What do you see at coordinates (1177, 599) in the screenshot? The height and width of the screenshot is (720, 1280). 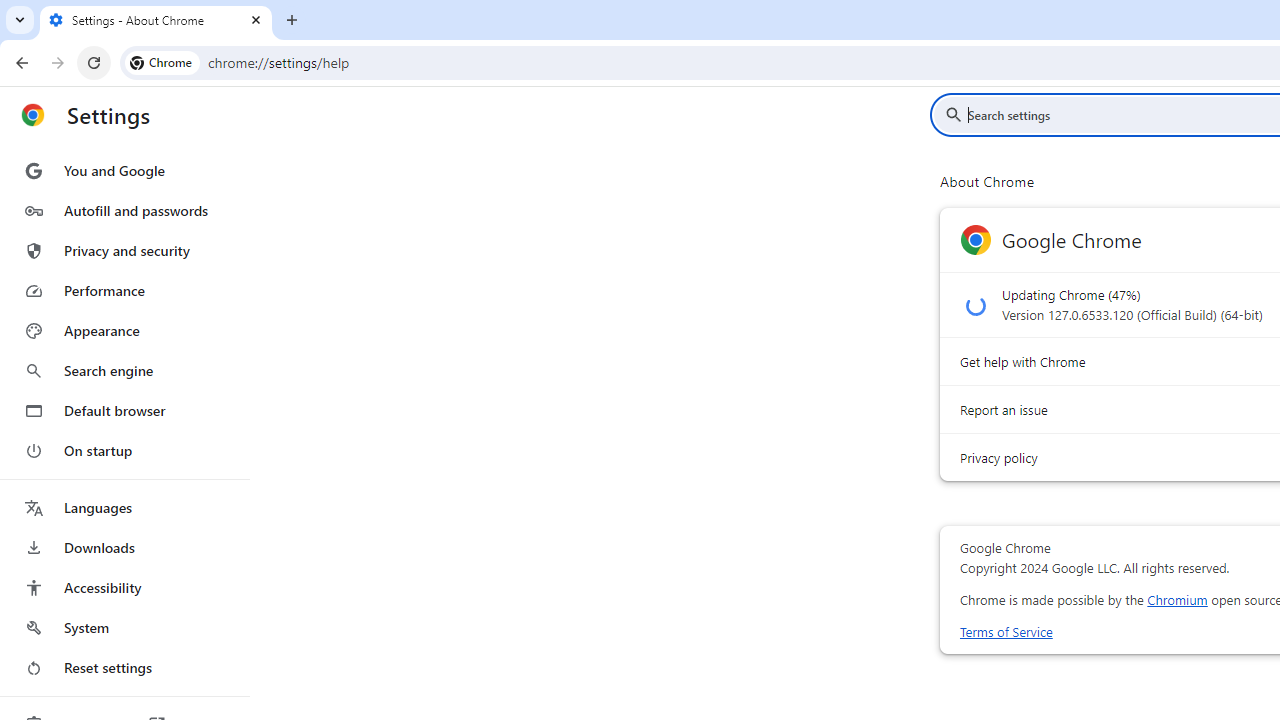 I see `'Chromium'` at bounding box center [1177, 599].